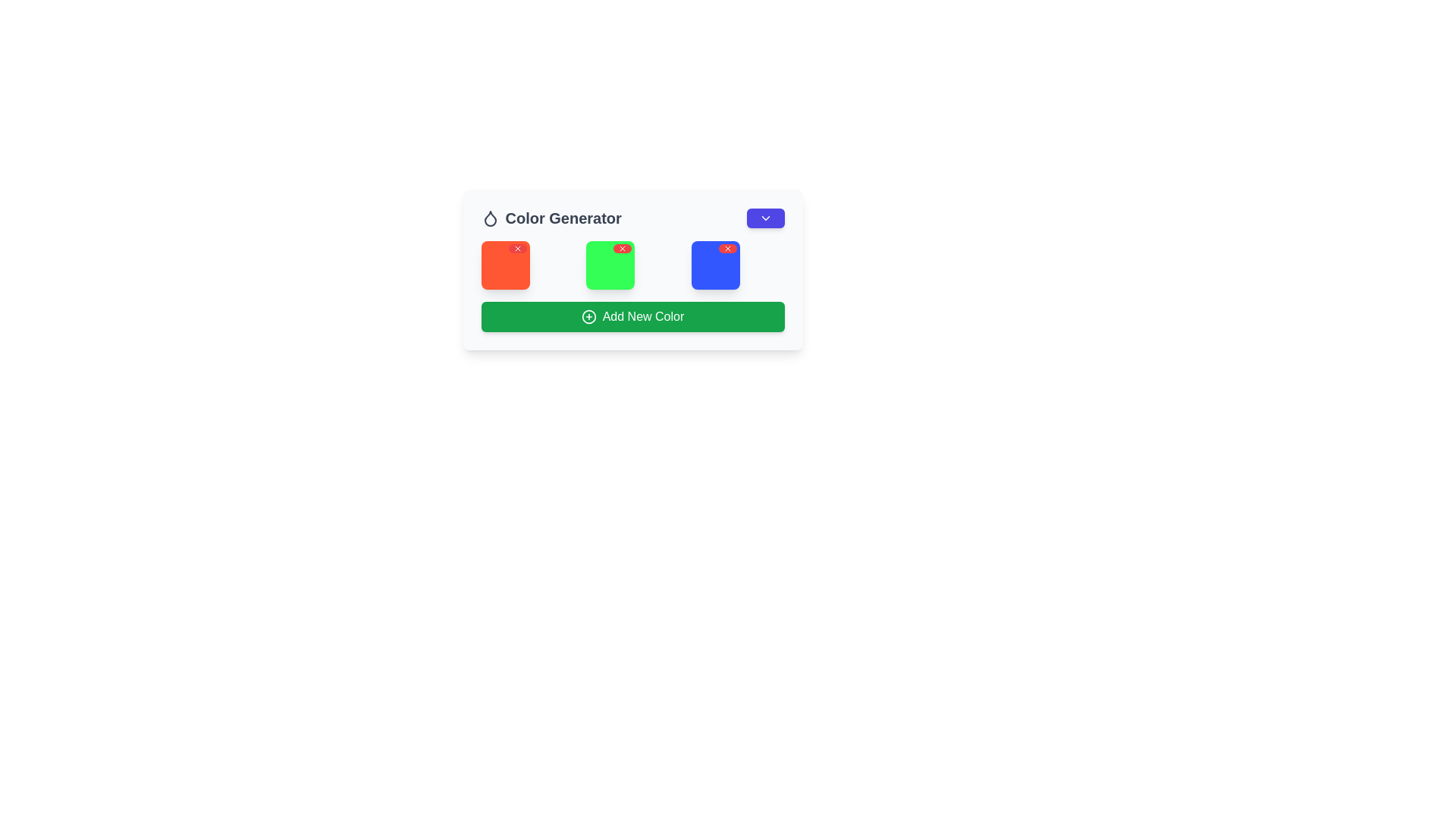 This screenshot has width=1456, height=819. What do you see at coordinates (623, 247) in the screenshot?
I see `the close or delete button located in the top-right corner of the green square in the middle position of a grid of colorful squares` at bounding box center [623, 247].